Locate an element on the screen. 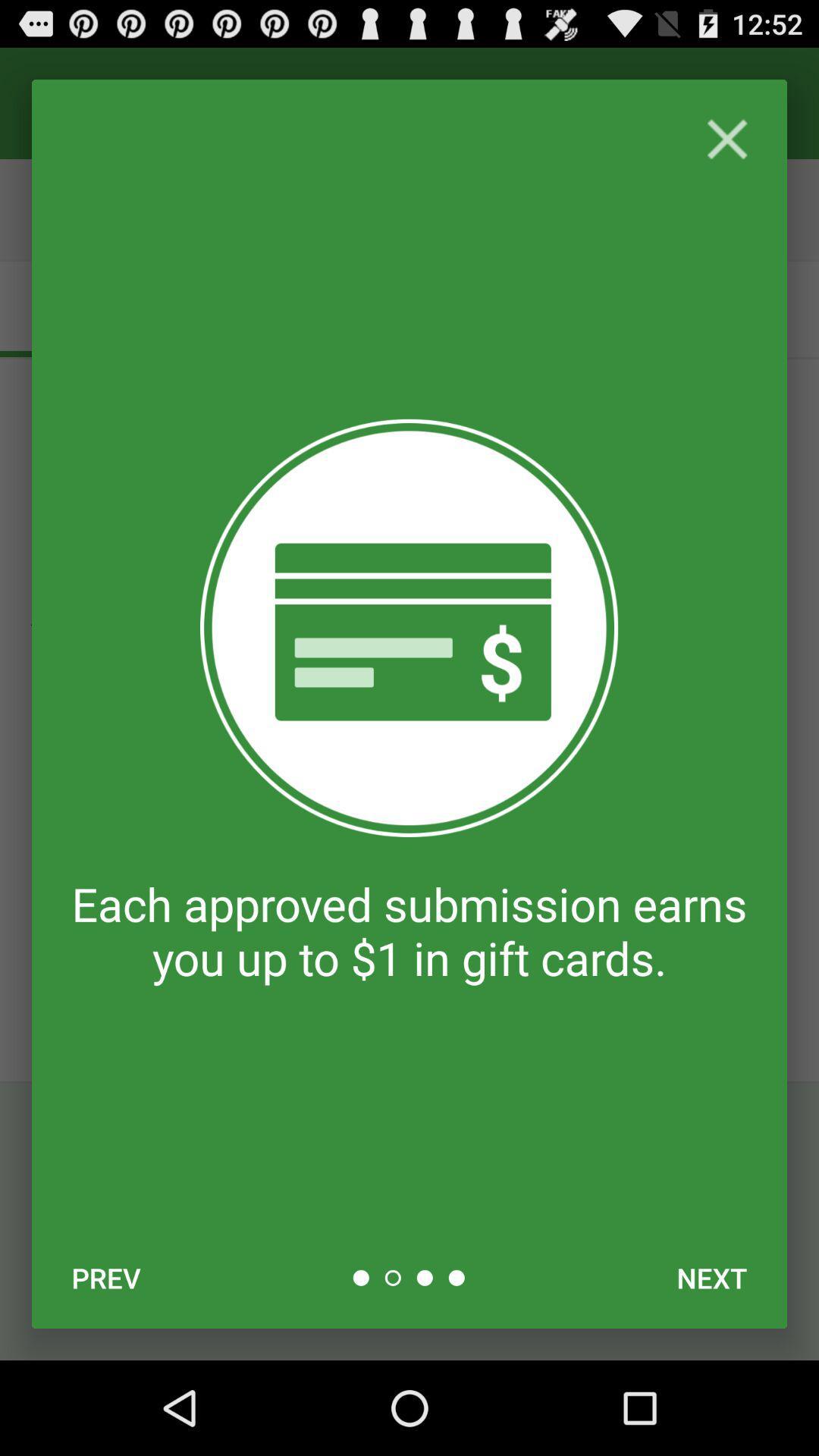 This screenshot has width=819, height=1456. the prev icon is located at coordinates (105, 1277).